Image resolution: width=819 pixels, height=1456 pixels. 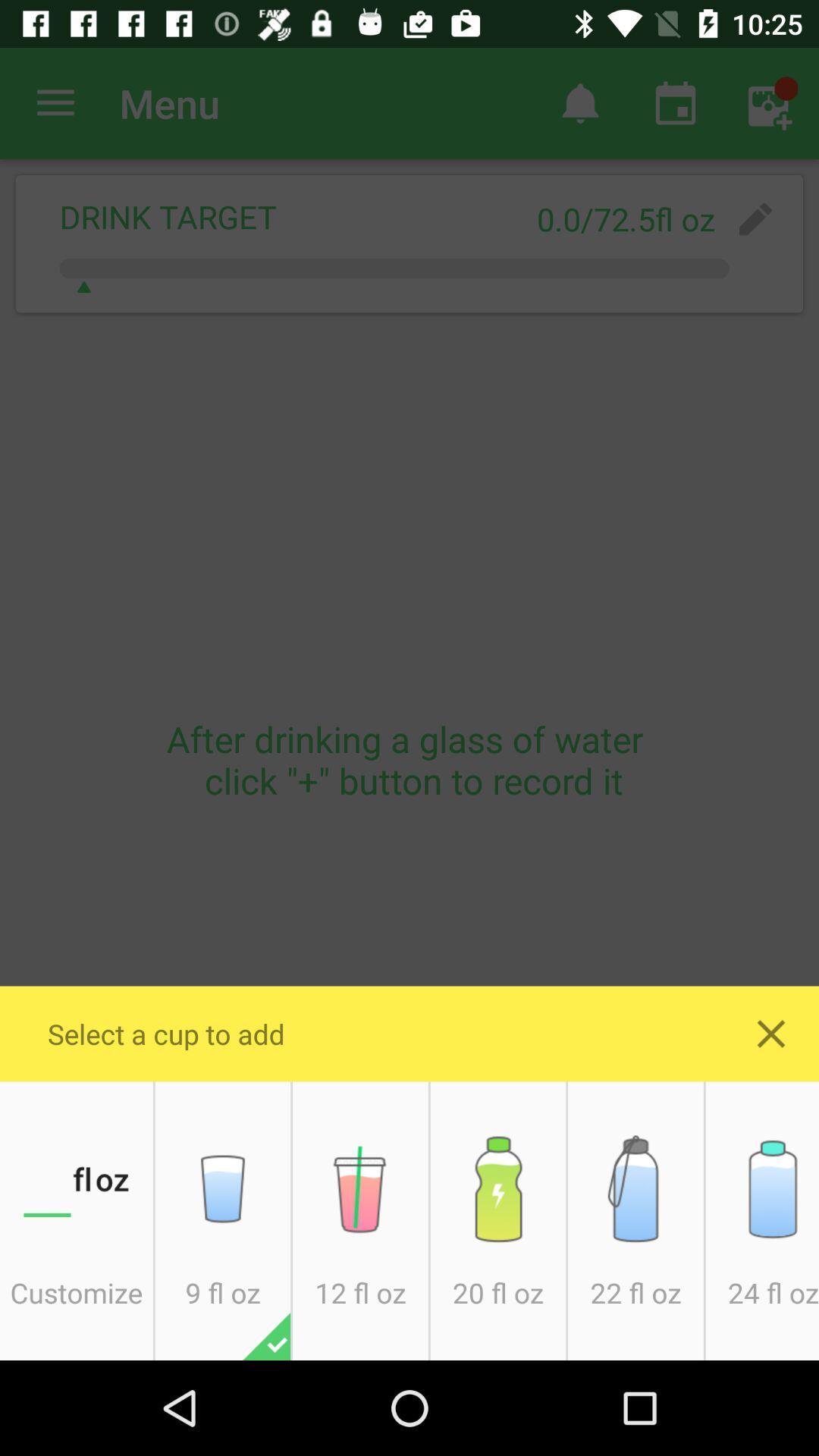 I want to click on the item to the right of the select a cup item, so click(x=771, y=1033).